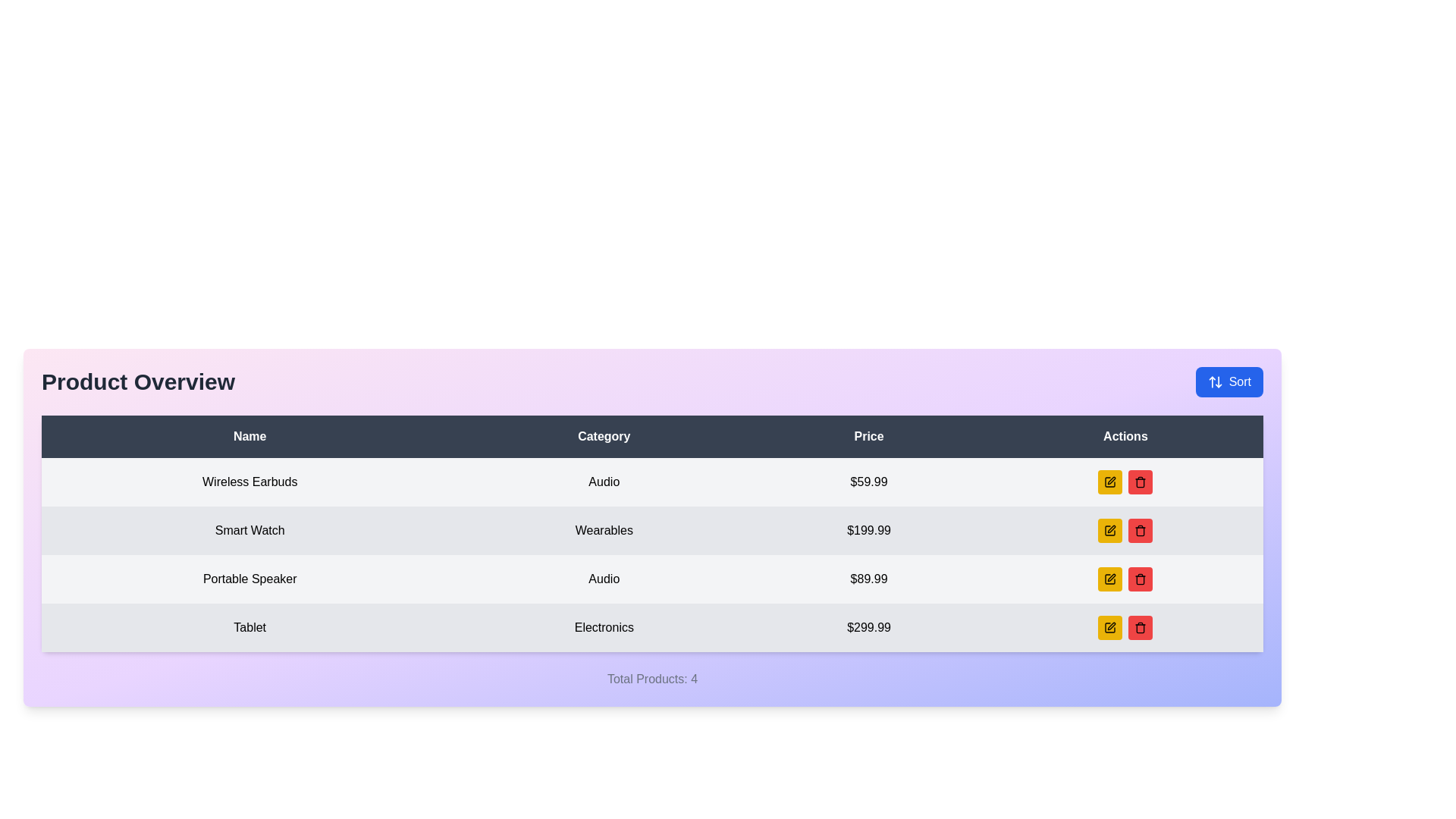 This screenshot has height=819, width=1456. What do you see at coordinates (1141, 482) in the screenshot?
I see `the small red button with a trash can icon in the 'Actions' column of the third row of the table` at bounding box center [1141, 482].